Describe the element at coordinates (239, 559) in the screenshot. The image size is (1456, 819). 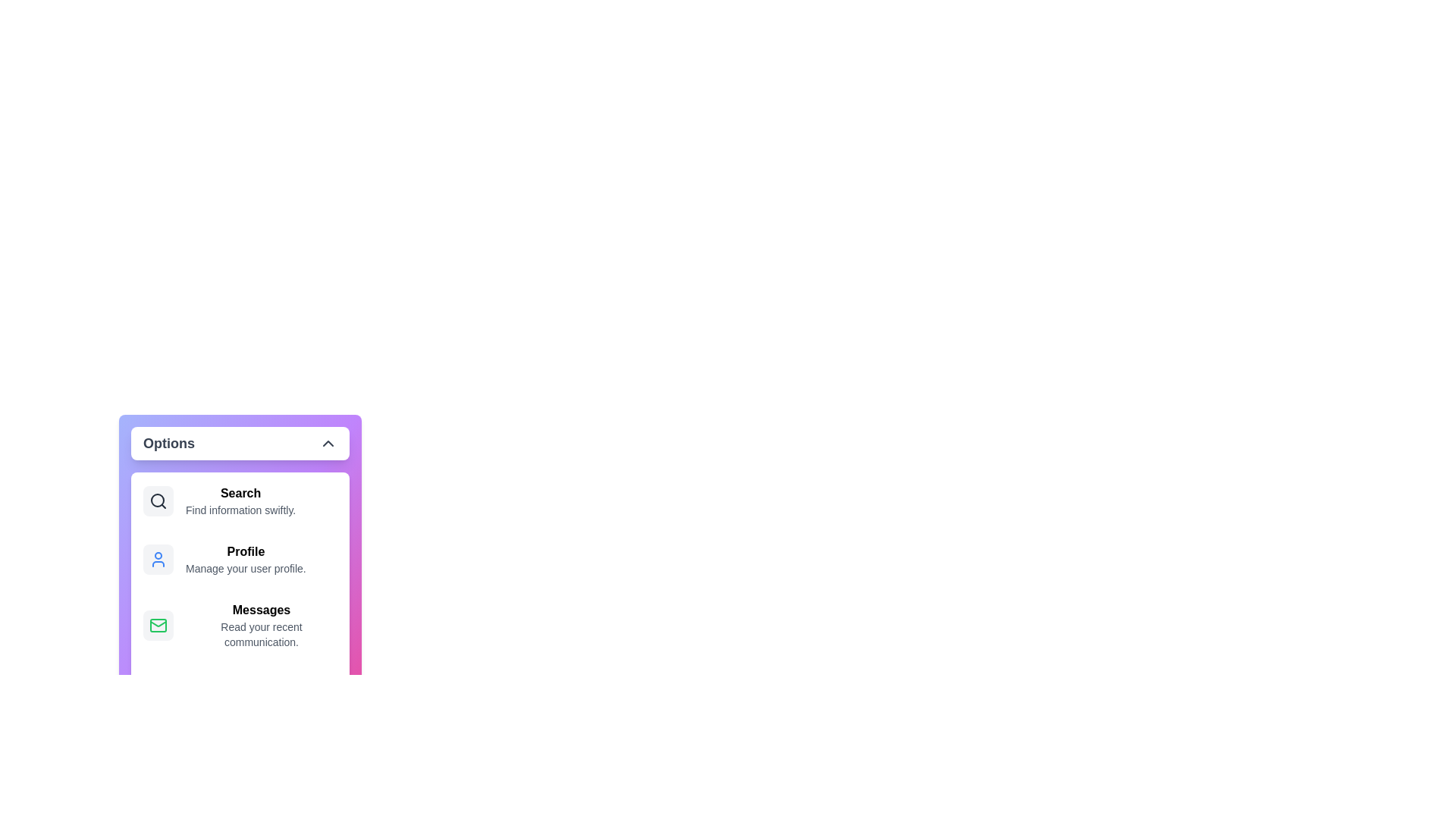
I see `the menu item Profile to select it` at that location.